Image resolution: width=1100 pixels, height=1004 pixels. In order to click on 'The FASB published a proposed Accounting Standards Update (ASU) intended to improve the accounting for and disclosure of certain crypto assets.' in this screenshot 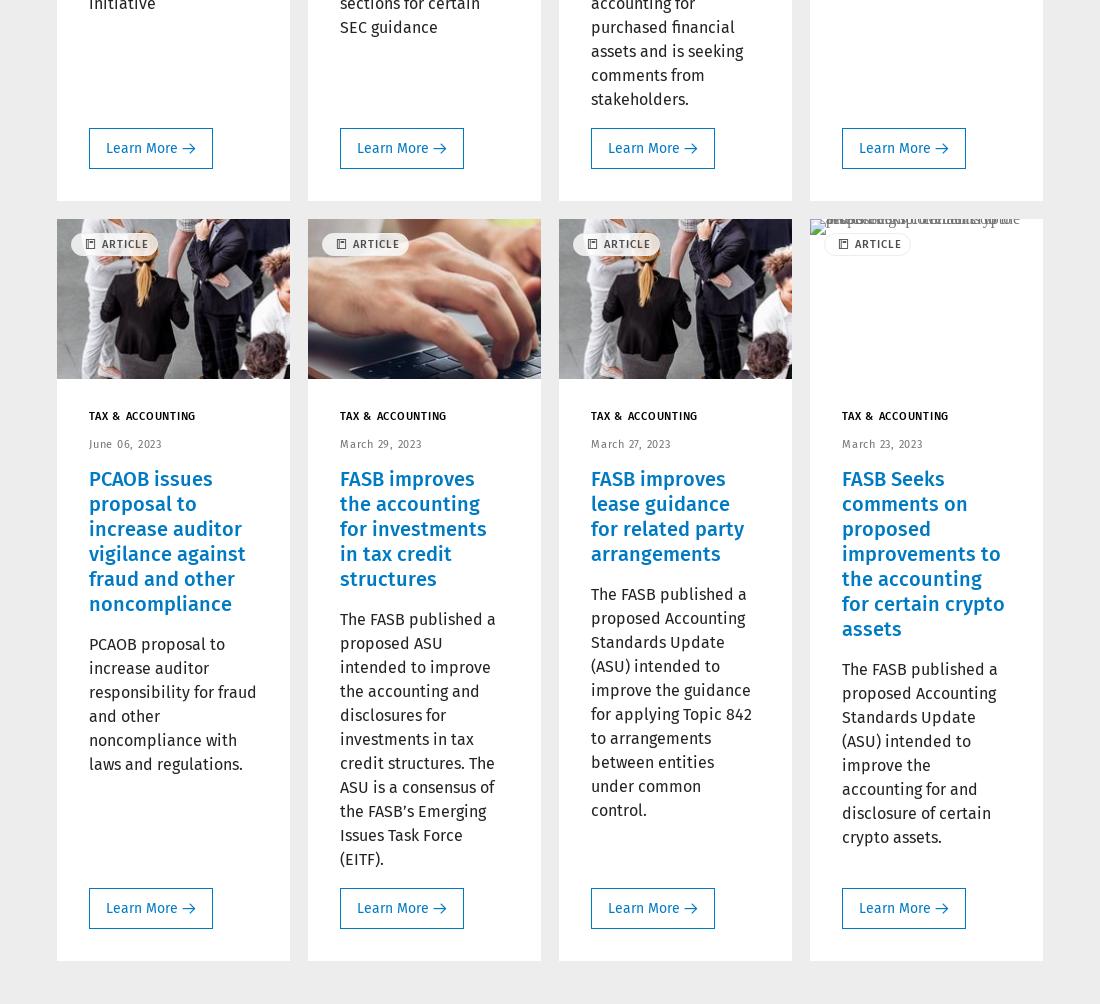, I will do `click(920, 751)`.